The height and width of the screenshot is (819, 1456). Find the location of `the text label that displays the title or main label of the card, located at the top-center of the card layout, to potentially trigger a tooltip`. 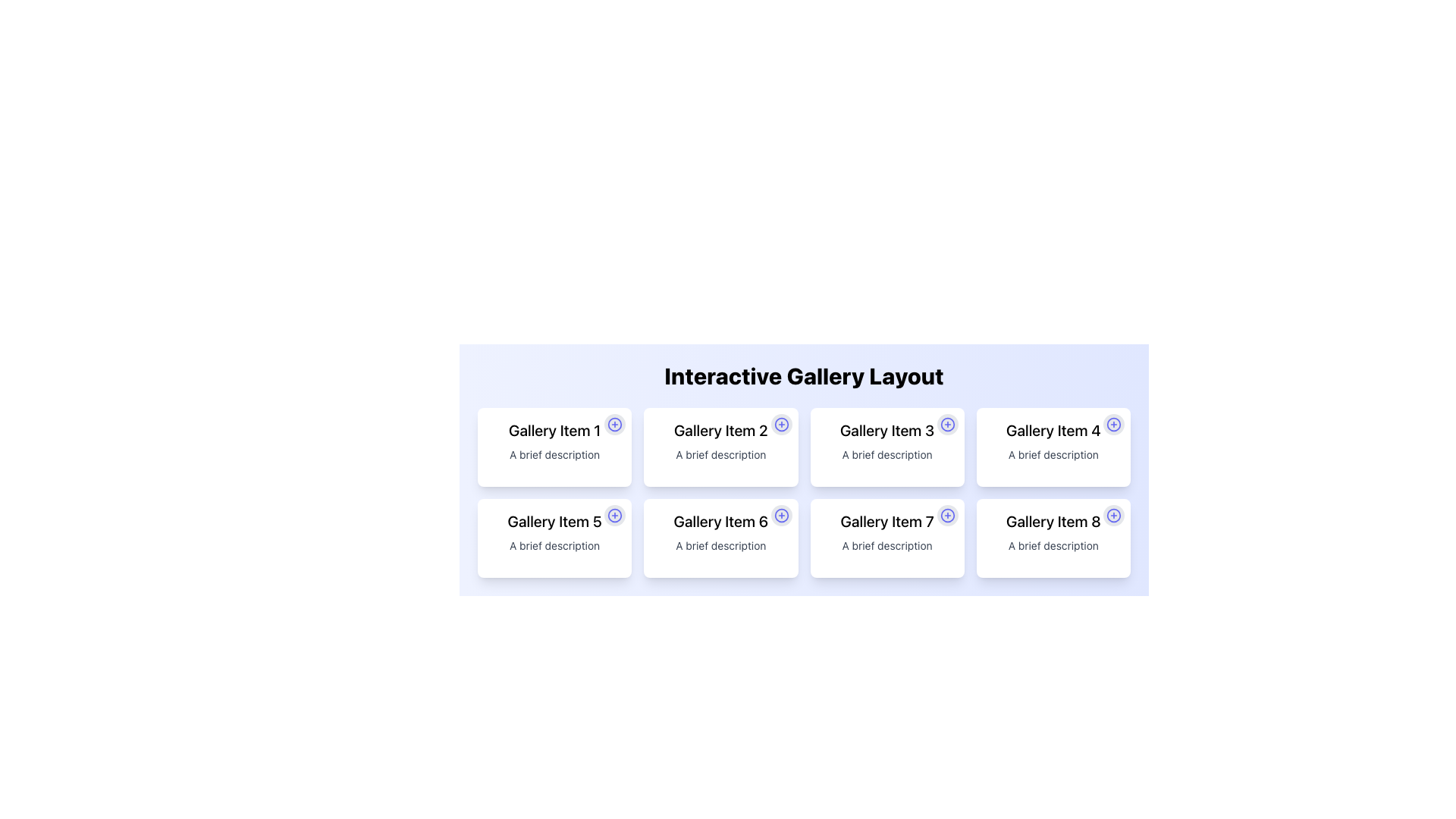

the text label that displays the title or main label of the card, located at the top-center of the card layout, to potentially trigger a tooltip is located at coordinates (887, 430).